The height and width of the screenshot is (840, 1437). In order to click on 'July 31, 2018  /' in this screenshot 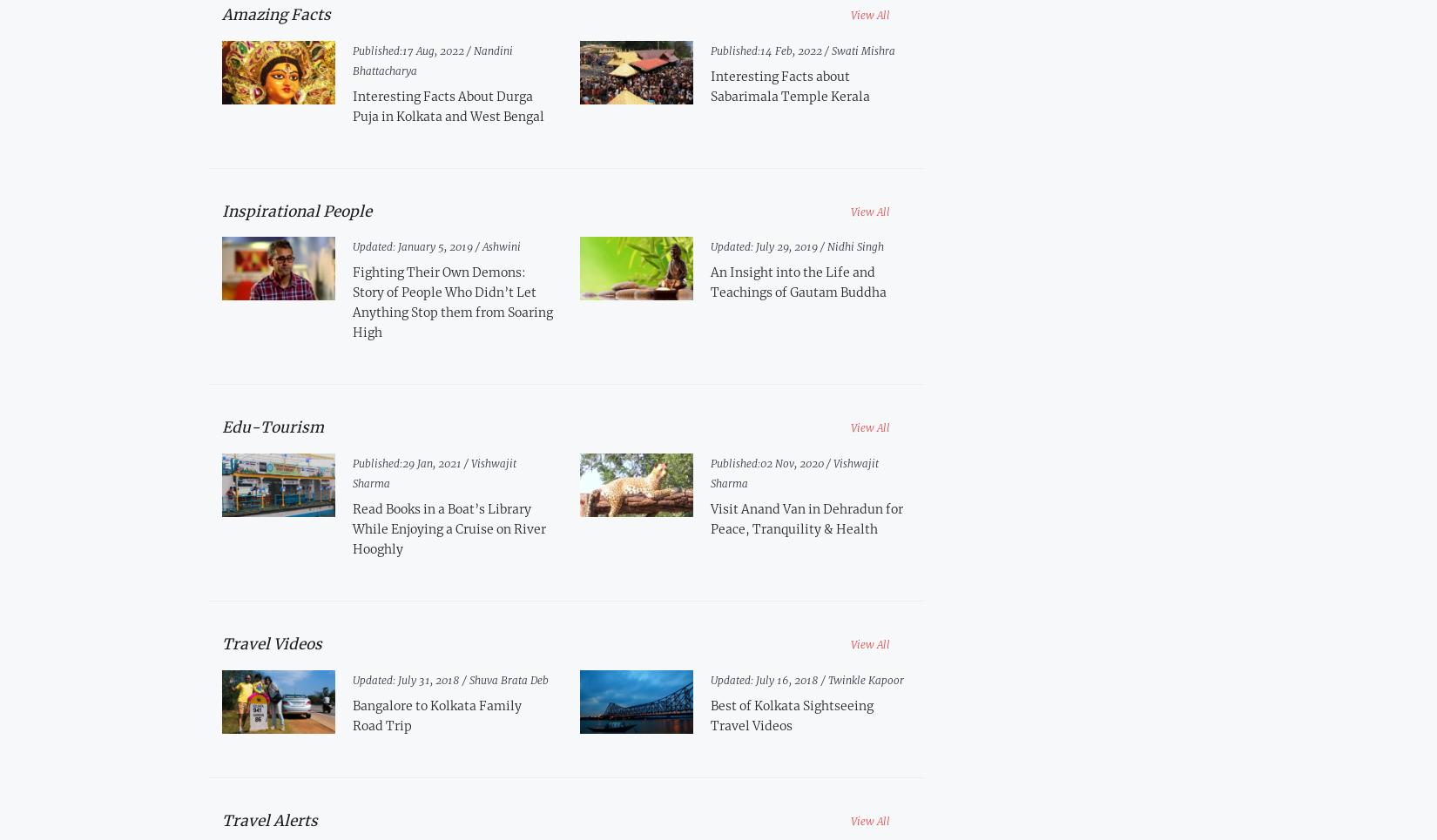, I will do `click(430, 679)`.